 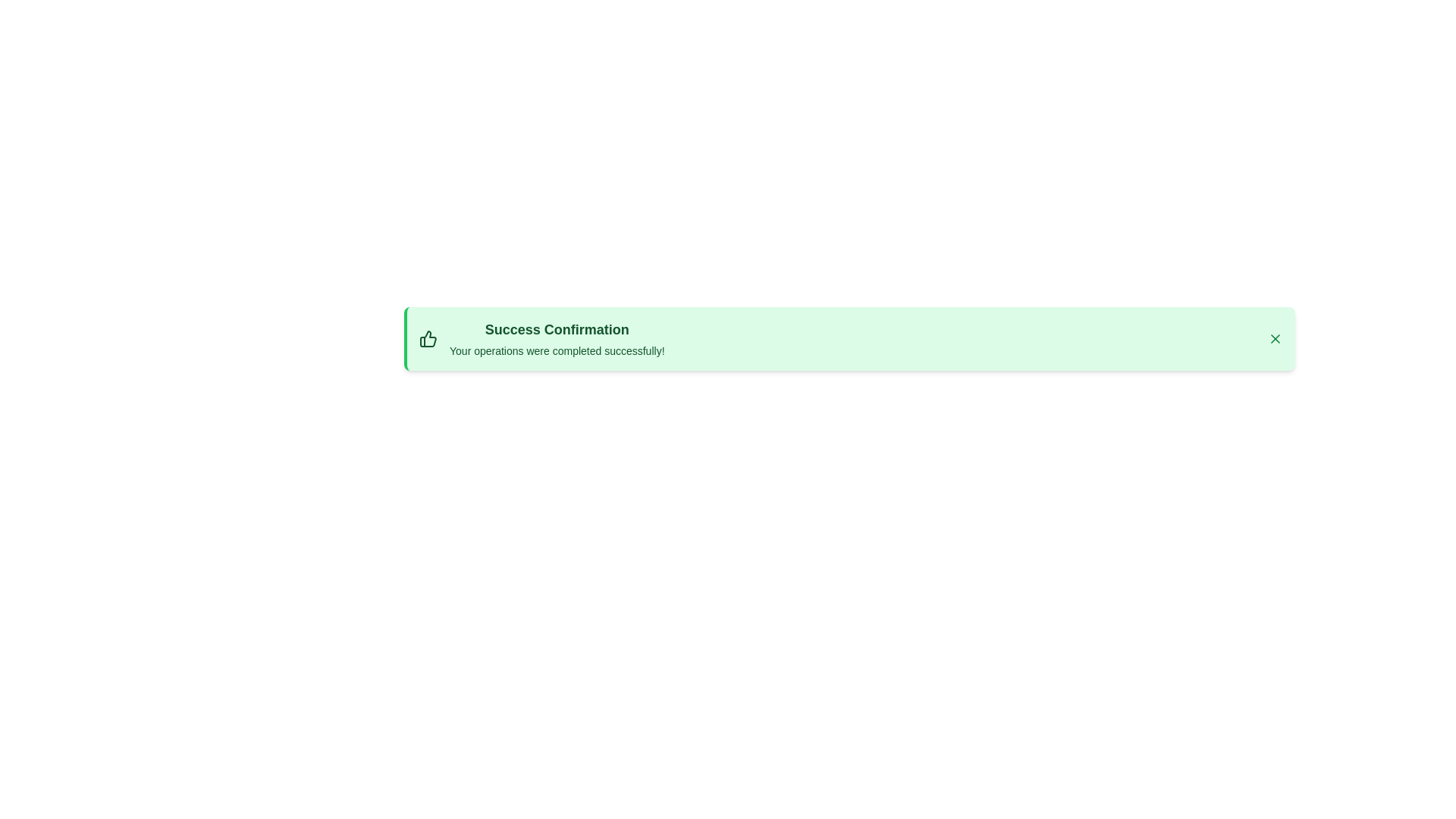 What do you see at coordinates (449, 343) in the screenshot?
I see `the description text by clicking and dragging over it` at bounding box center [449, 343].